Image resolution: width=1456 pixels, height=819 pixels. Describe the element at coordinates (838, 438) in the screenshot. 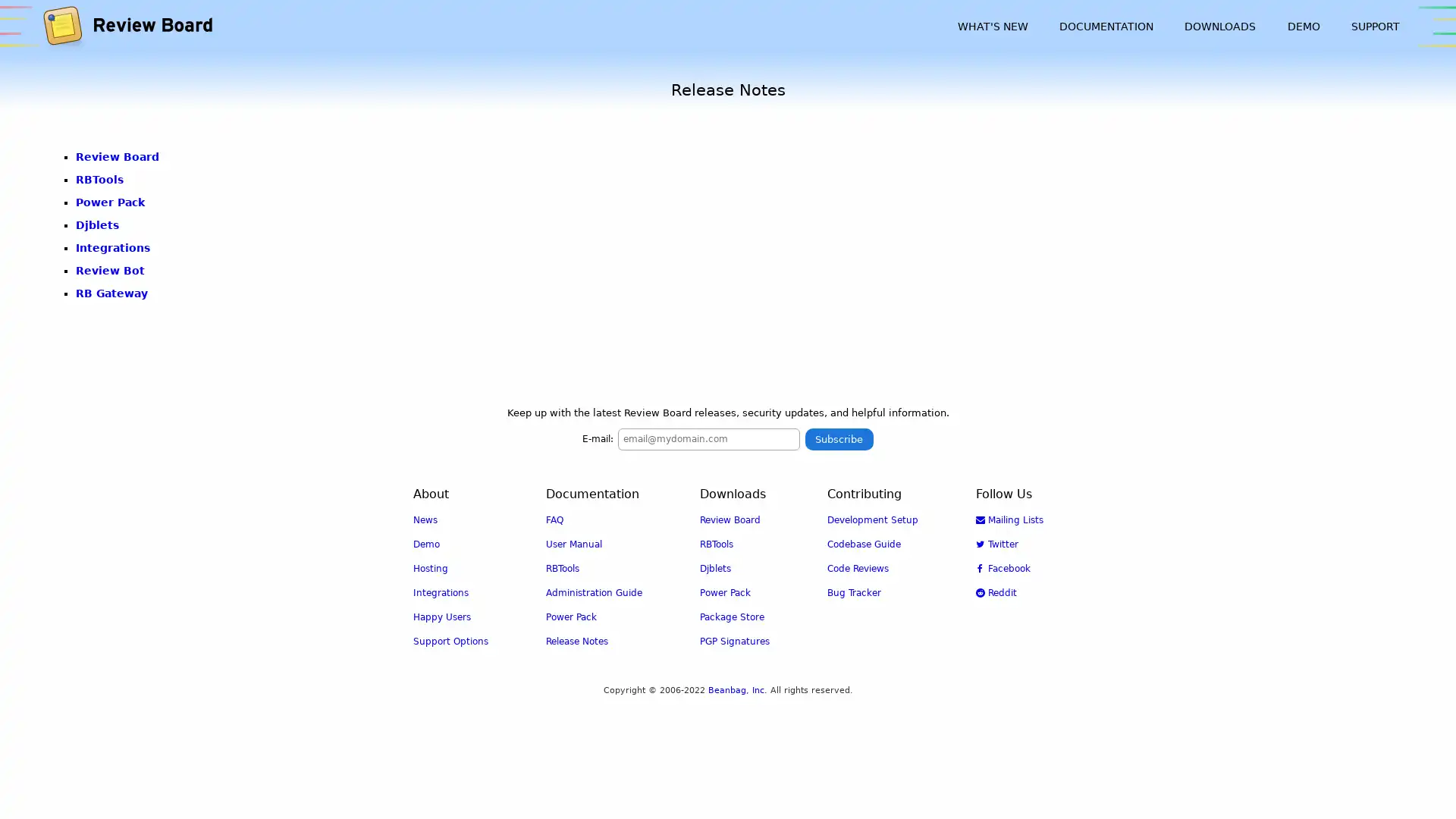

I see `Subscribe` at that location.